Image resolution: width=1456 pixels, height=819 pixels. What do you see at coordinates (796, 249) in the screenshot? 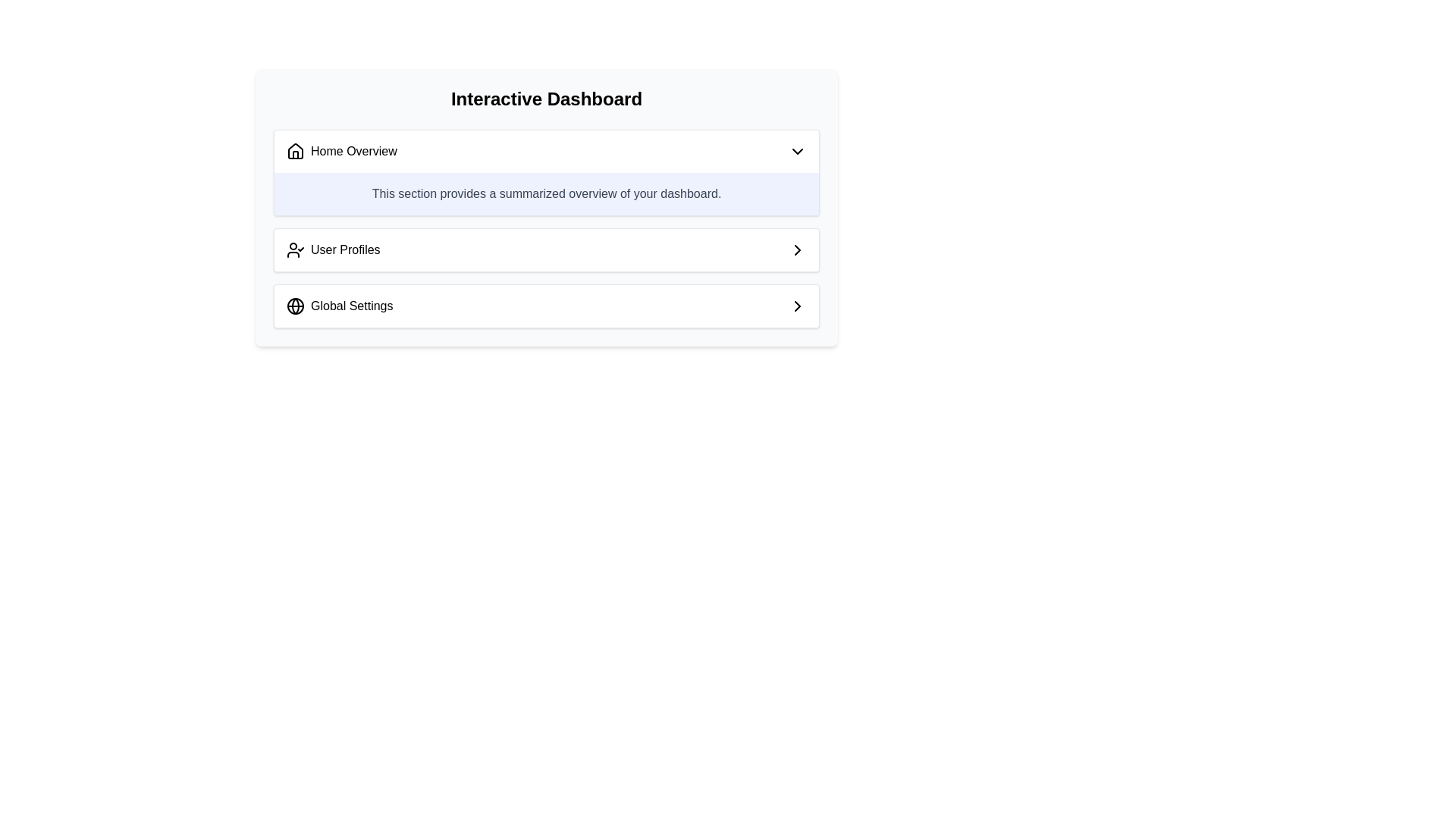
I see `the icon located on the right side of the 'User Profiles' section row` at bounding box center [796, 249].